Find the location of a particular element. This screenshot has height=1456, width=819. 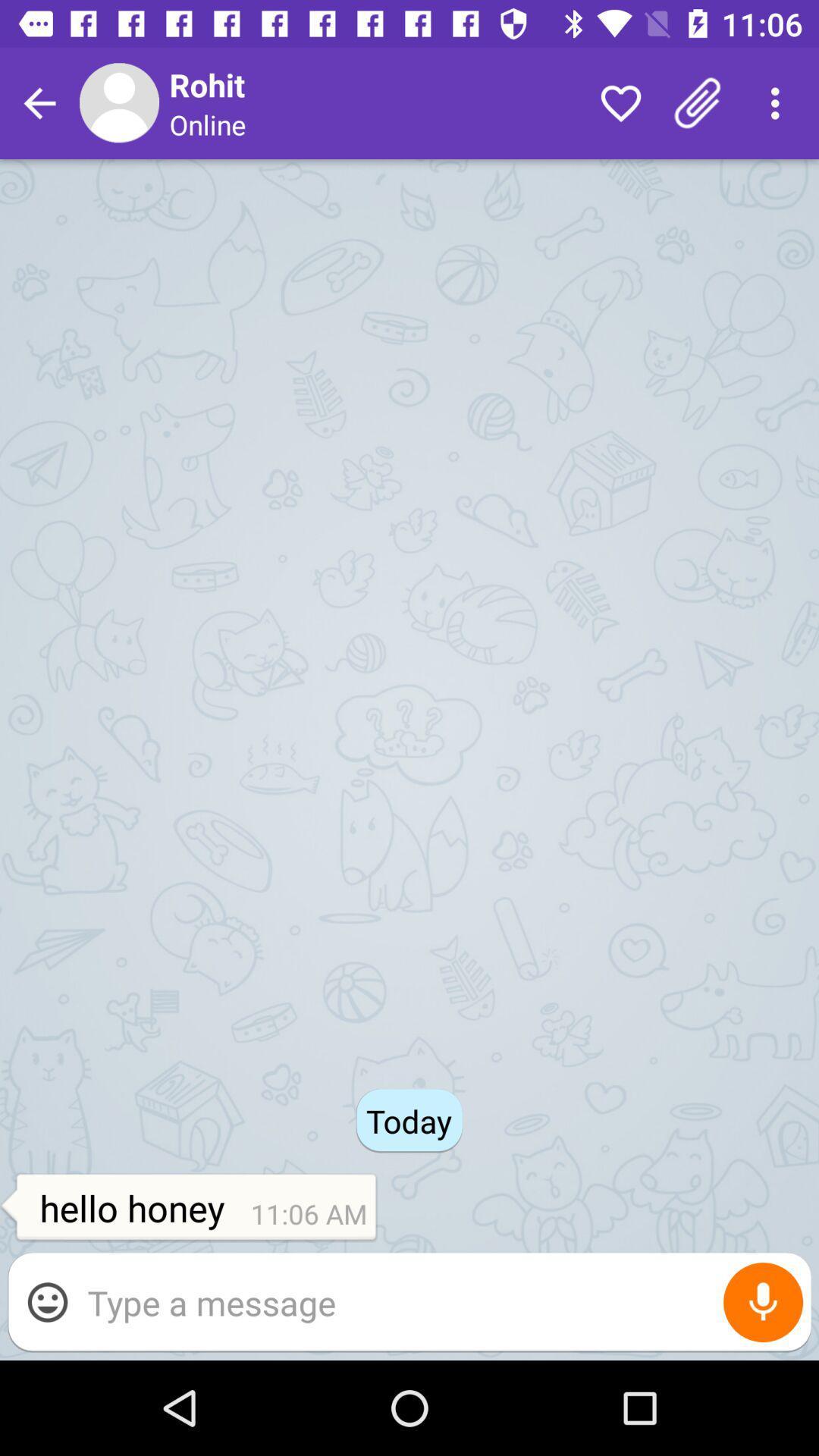

type is located at coordinates (441, 1301).